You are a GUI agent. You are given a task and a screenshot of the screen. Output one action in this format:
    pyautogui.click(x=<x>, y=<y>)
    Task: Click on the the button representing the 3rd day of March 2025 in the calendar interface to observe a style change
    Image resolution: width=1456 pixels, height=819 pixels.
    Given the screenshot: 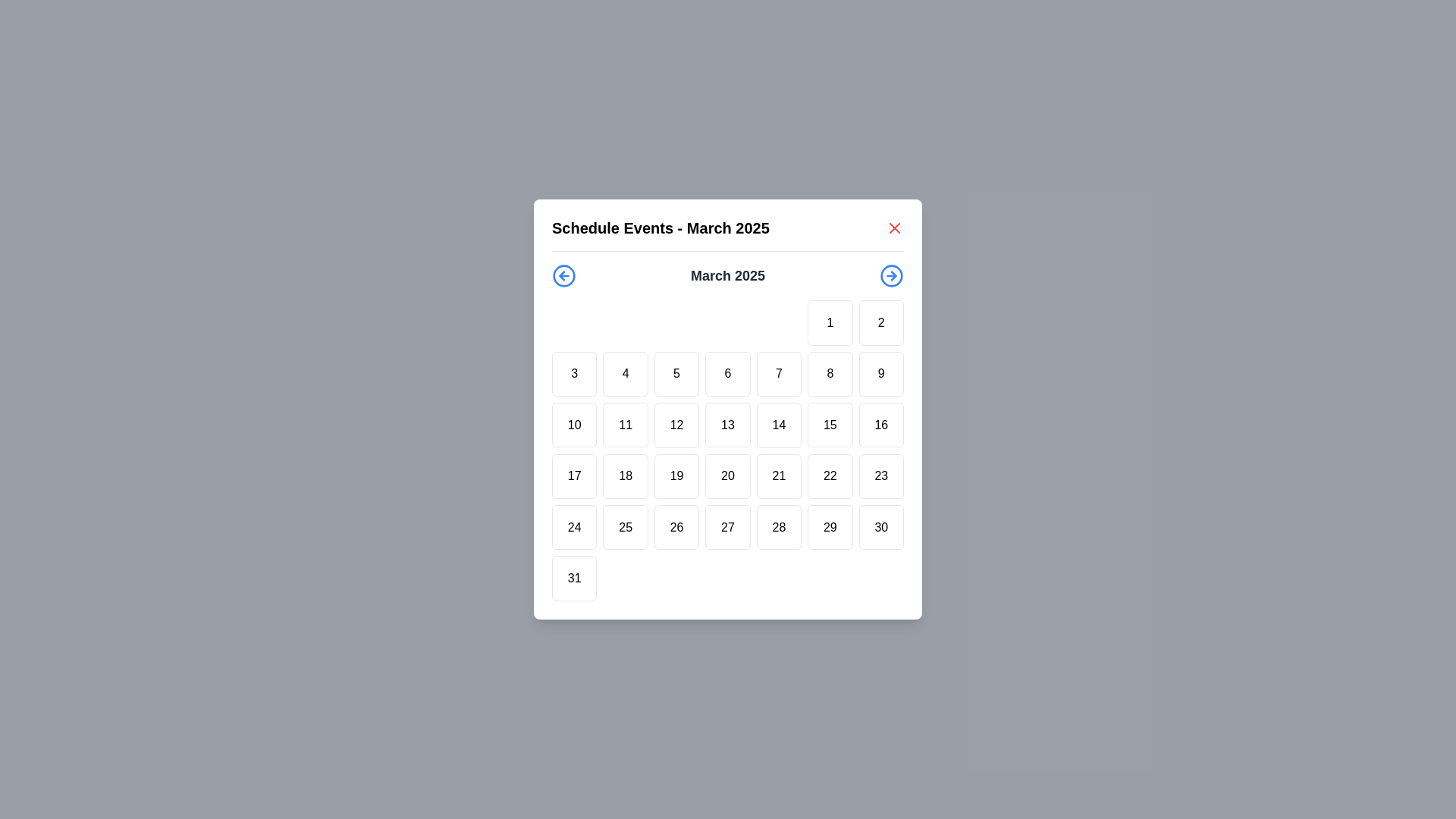 What is the action you would take?
    pyautogui.click(x=573, y=374)
    